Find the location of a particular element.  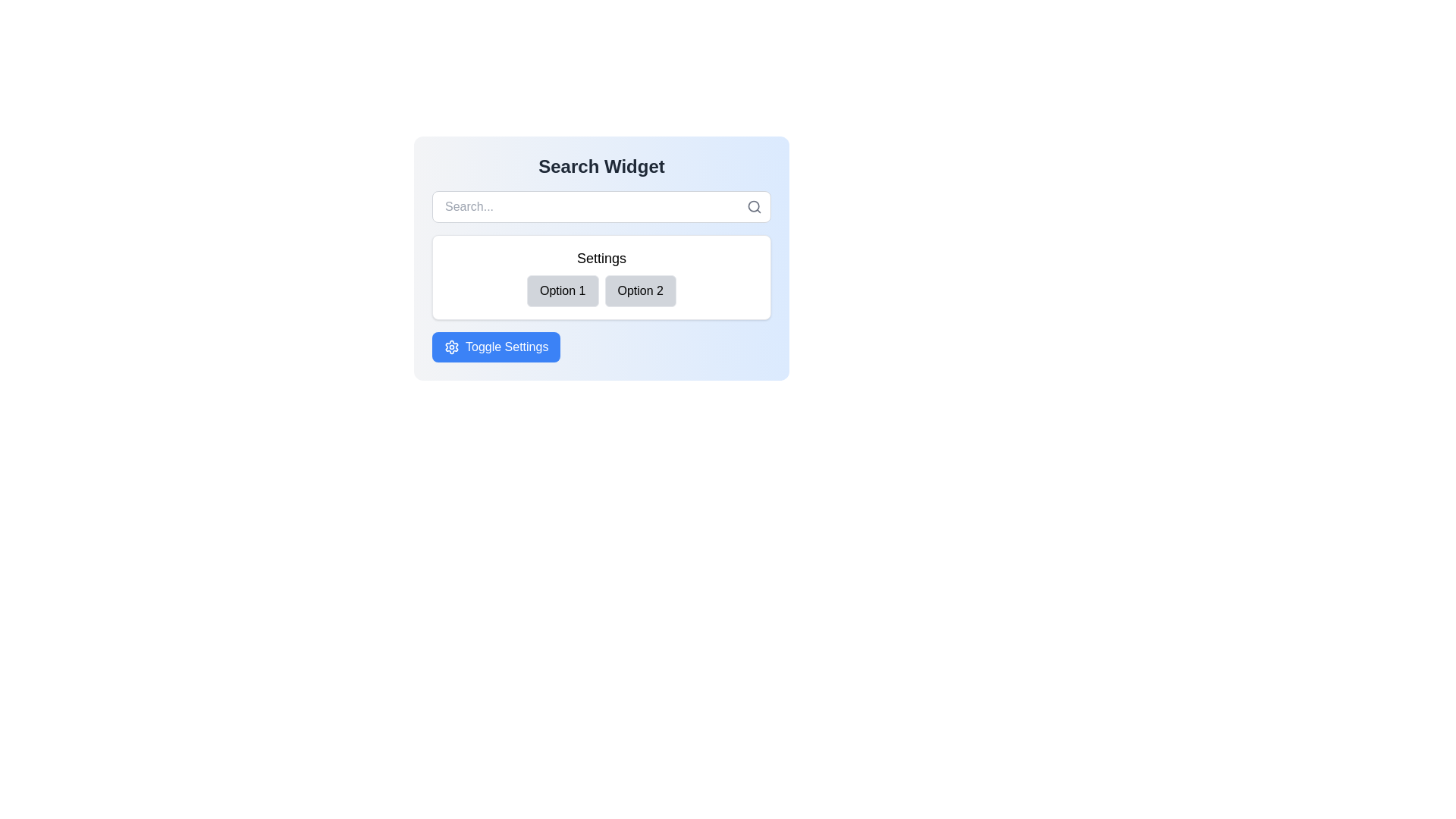

the toggle button located below 'Option 1' and 'Option 2' is located at coordinates (496, 347).